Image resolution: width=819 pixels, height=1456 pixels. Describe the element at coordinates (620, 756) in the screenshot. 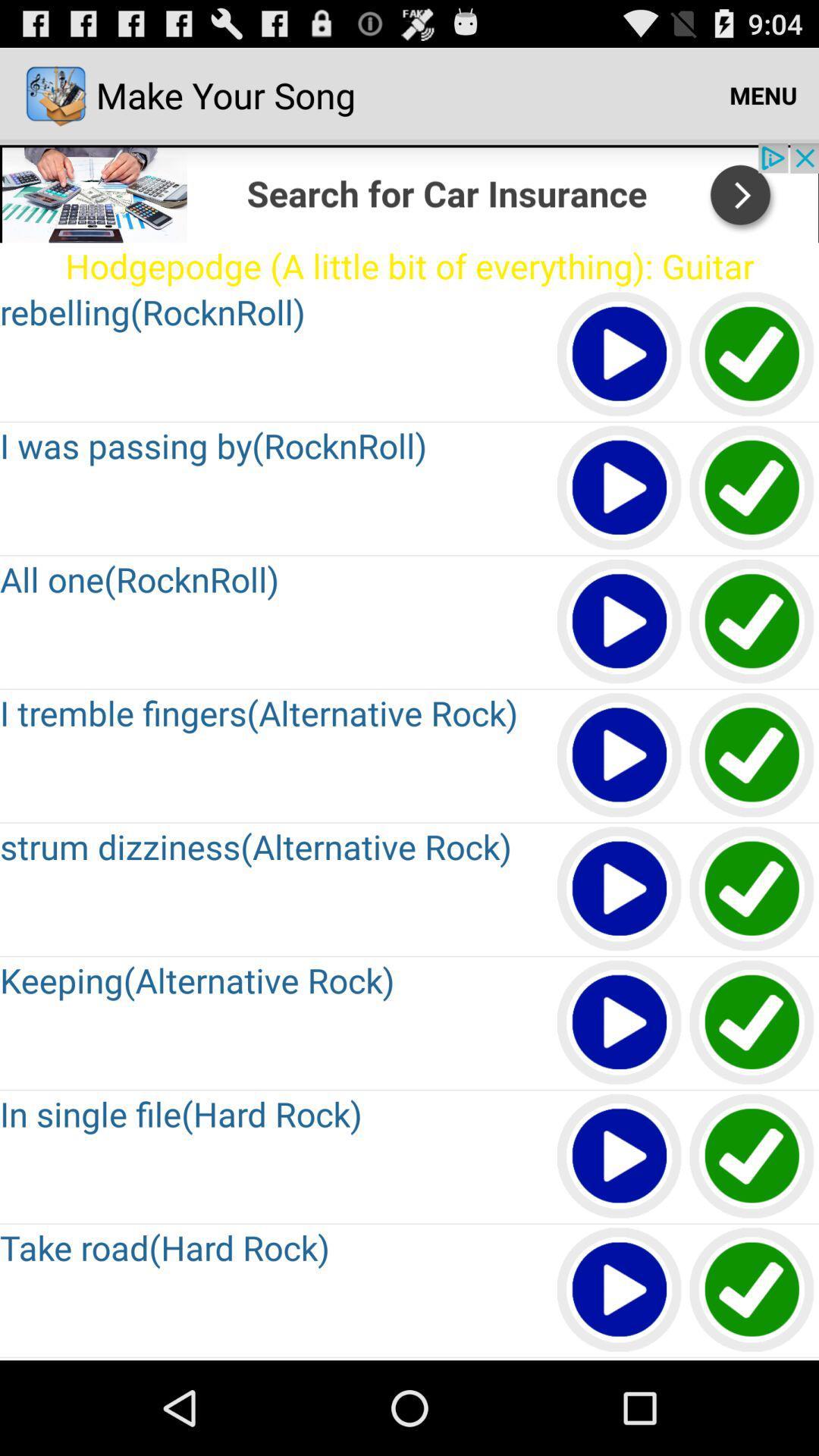

I see `pause` at that location.